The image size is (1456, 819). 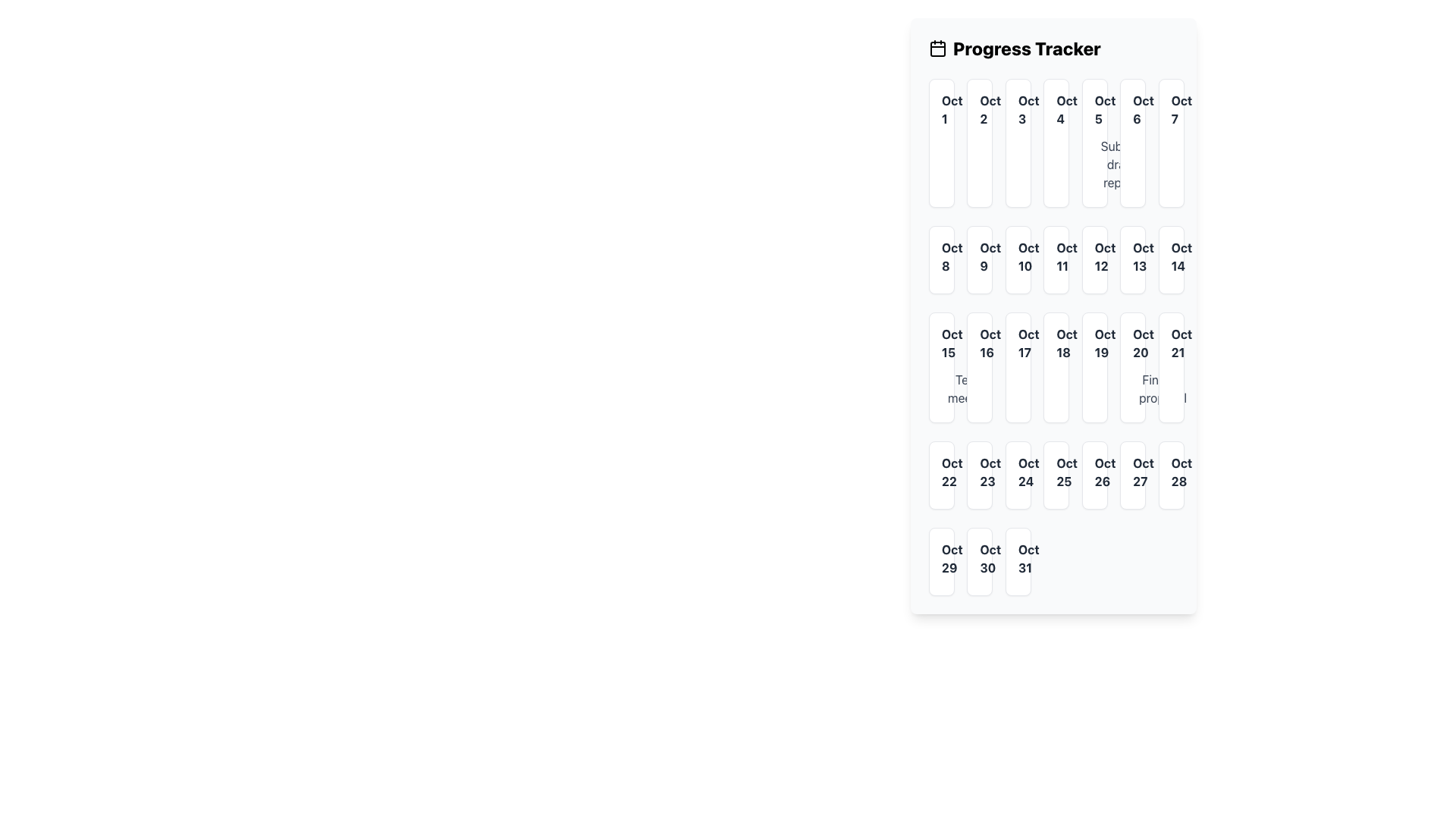 What do you see at coordinates (1056, 368) in the screenshot?
I see `the Calendar Date Cell element displaying 'Oct 18', which is a white box with rounded corners and a gray border, located in the third row and fourth column of the calendar layout` at bounding box center [1056, 368].